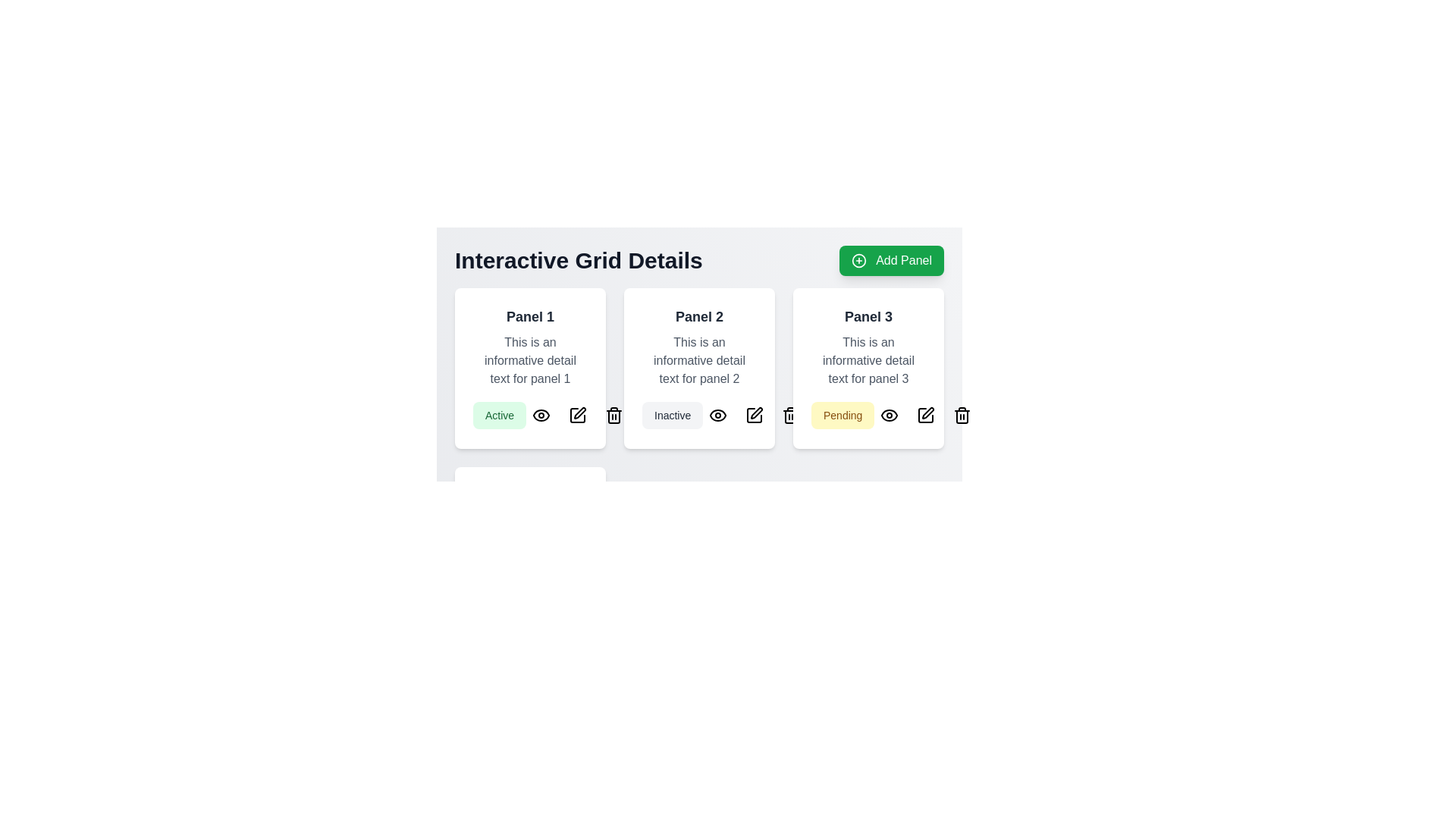  Describe the element at coordinates (962, 415) in the screenshot. I see `the delete button icon located in the bottom-right corner of 'Panel 3'` at that location.